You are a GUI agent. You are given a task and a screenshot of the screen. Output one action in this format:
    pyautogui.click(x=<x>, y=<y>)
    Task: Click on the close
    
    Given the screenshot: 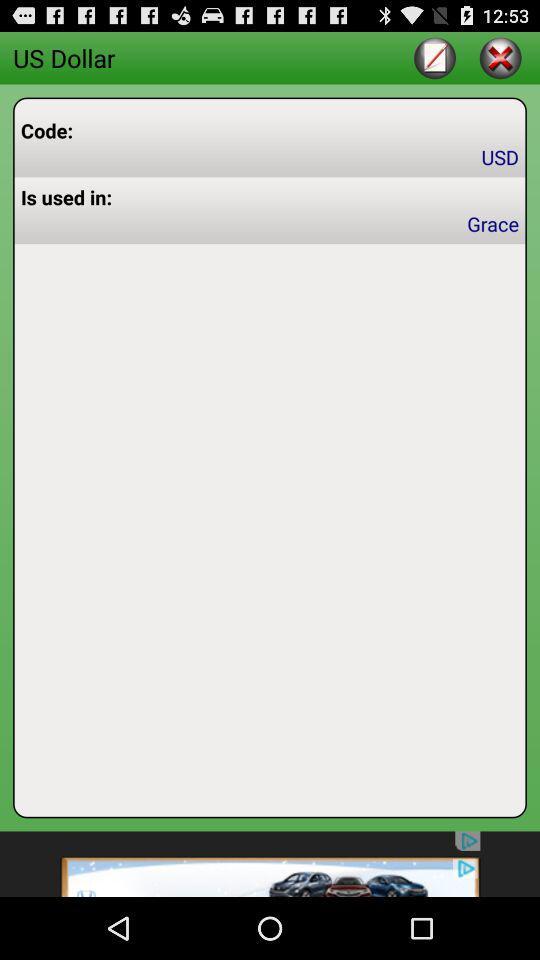 What is the action you would take?
    pyautogui.click(x=499, y=56)
    